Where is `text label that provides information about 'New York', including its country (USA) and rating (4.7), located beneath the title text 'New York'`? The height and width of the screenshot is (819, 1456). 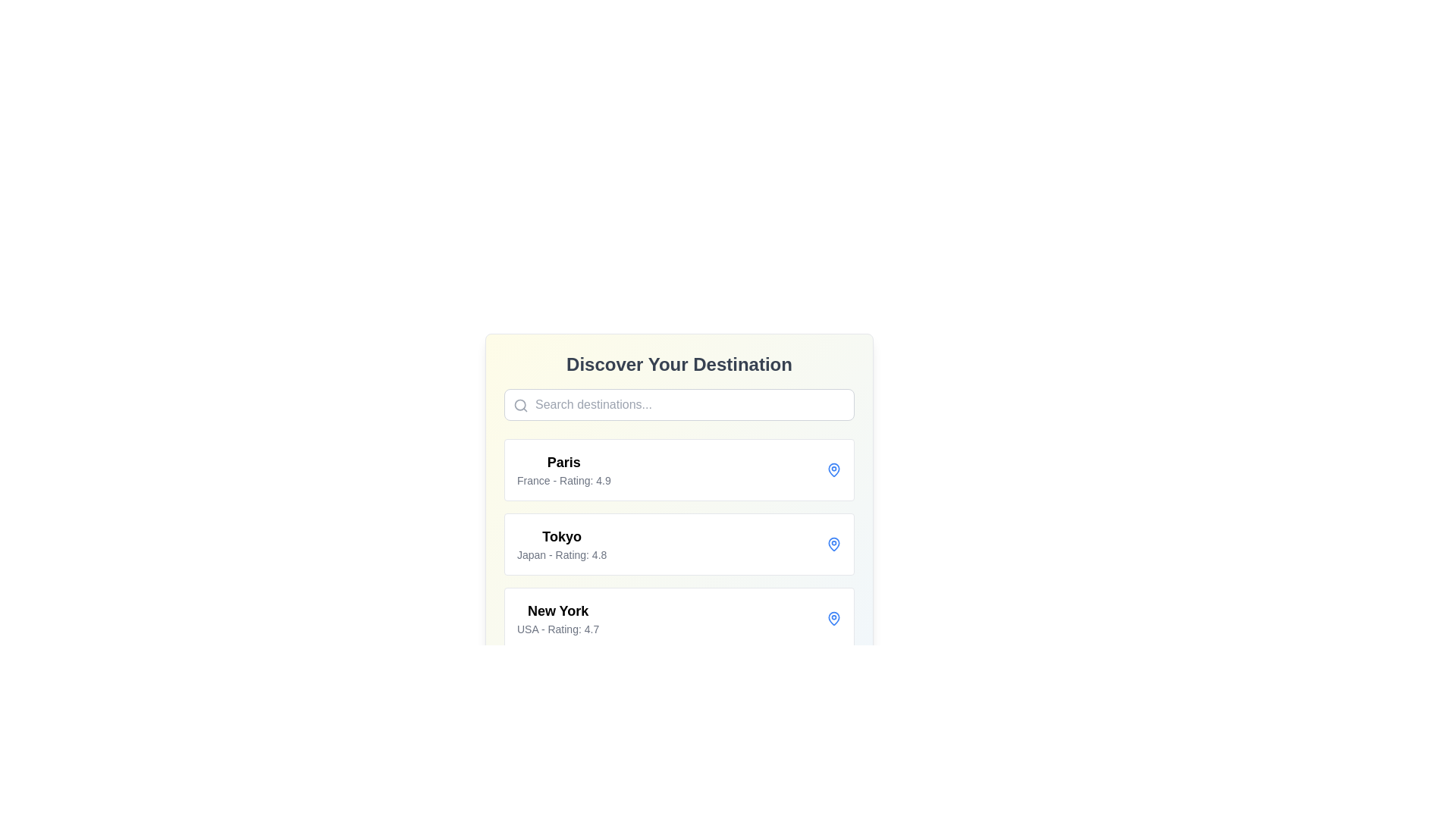 text label that provides information about 'New York', including its country (USA) and rating (4.7), located beneath the title text 'New York' is located at coordinates (557, 629).